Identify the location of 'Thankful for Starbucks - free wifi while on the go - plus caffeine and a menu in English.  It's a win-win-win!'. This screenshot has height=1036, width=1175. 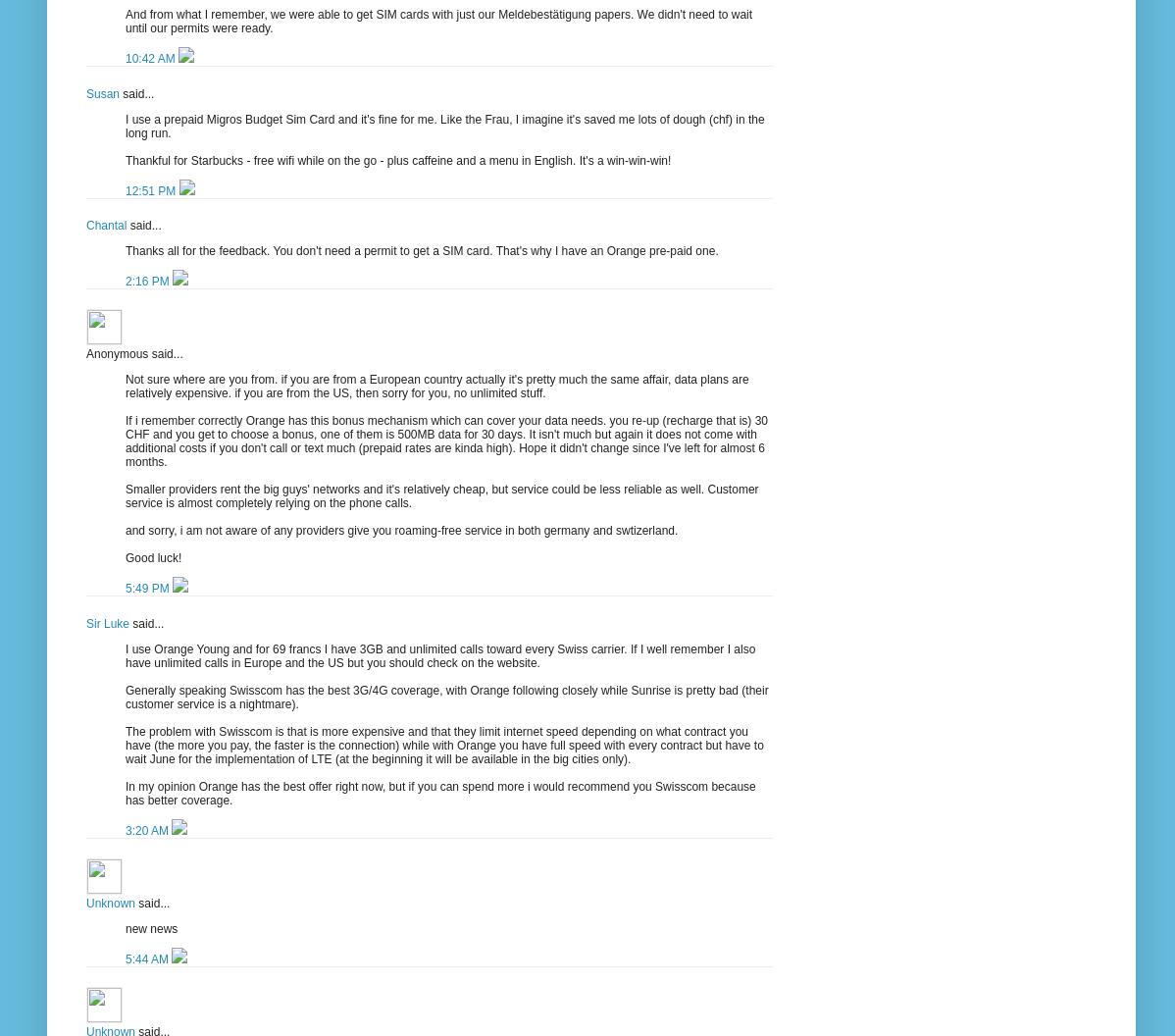
(398, 160).